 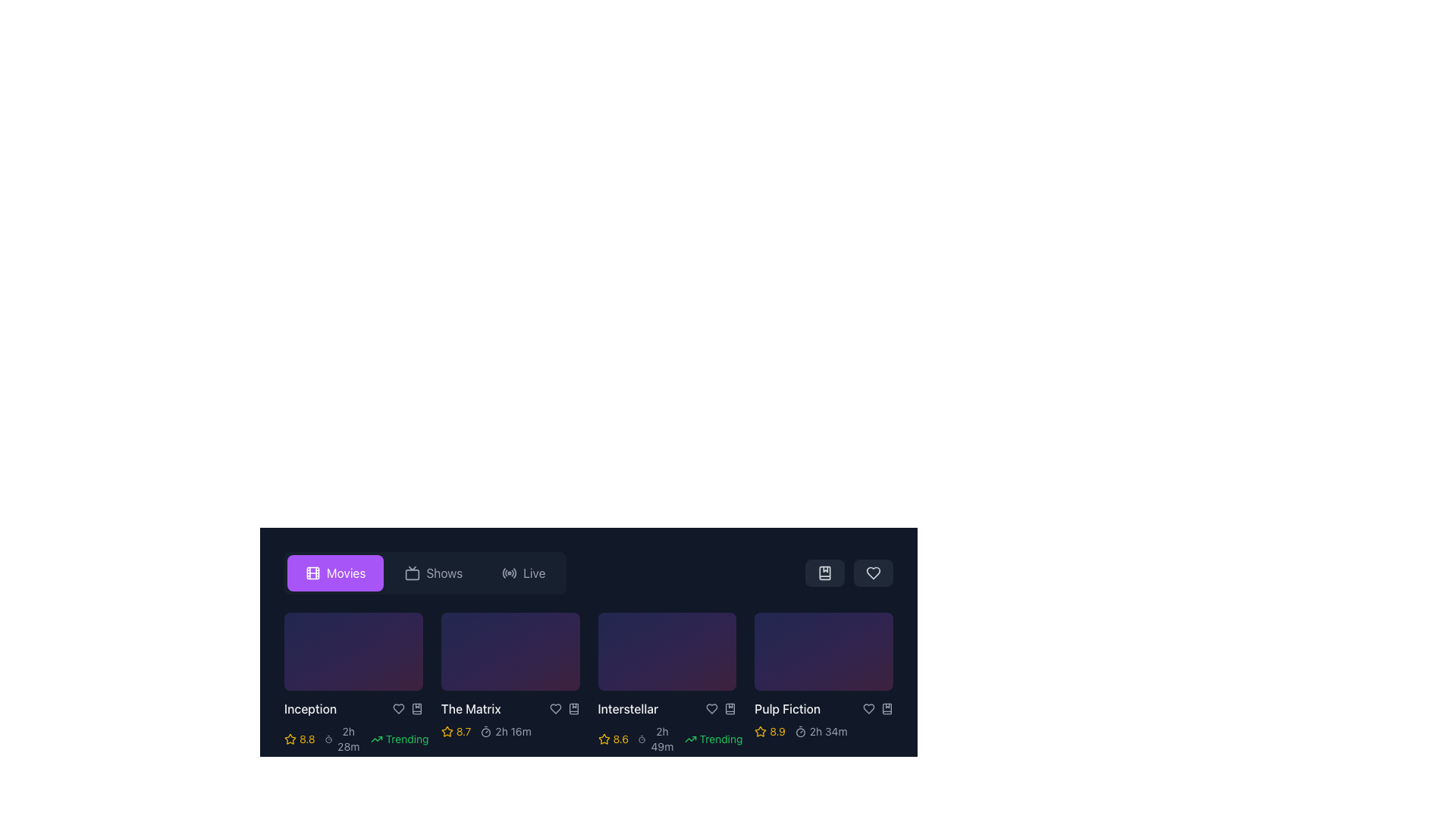 What do you see at coordinates (470, 708) in the screenshot?
I see `the text label indicating the title of a movie entry` at bounding box center [470, 708].